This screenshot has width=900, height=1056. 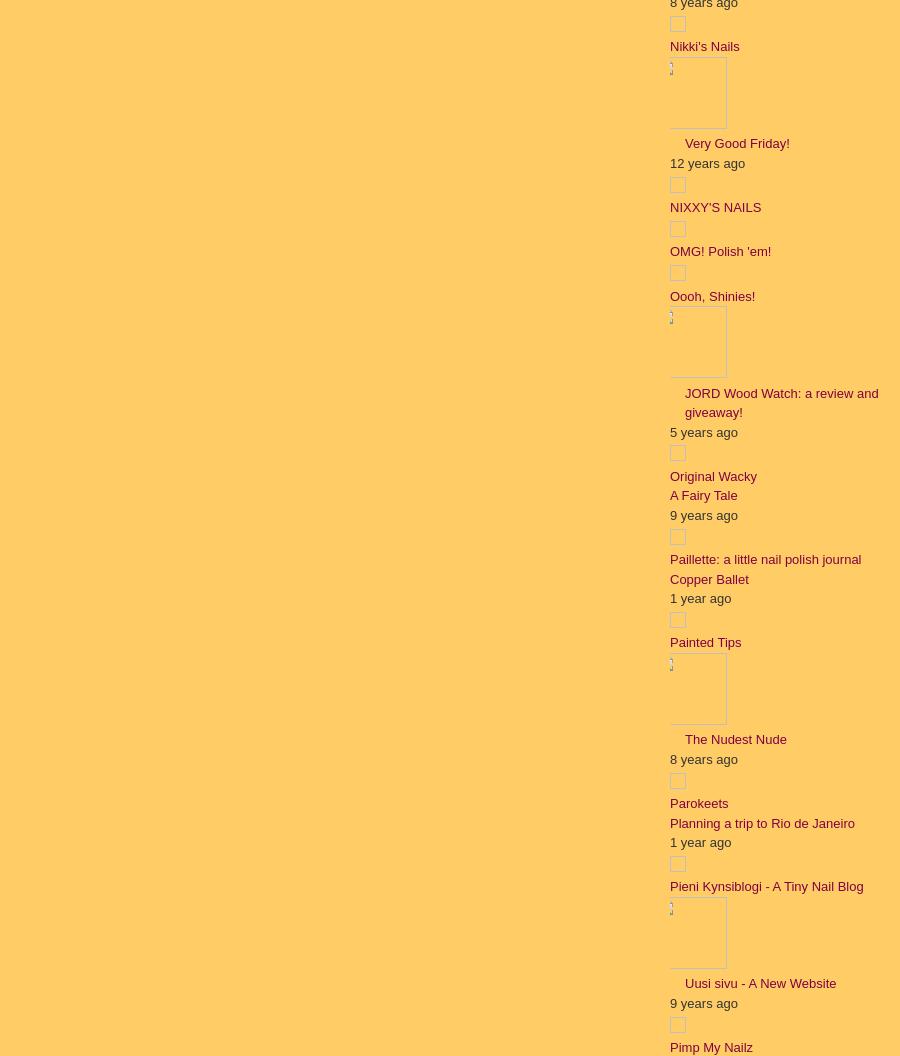 What do you see at coordinates (669, 1046) in the screenshot?
I see `'Pimp My Nailz'` at bounding box center [669, 1046].